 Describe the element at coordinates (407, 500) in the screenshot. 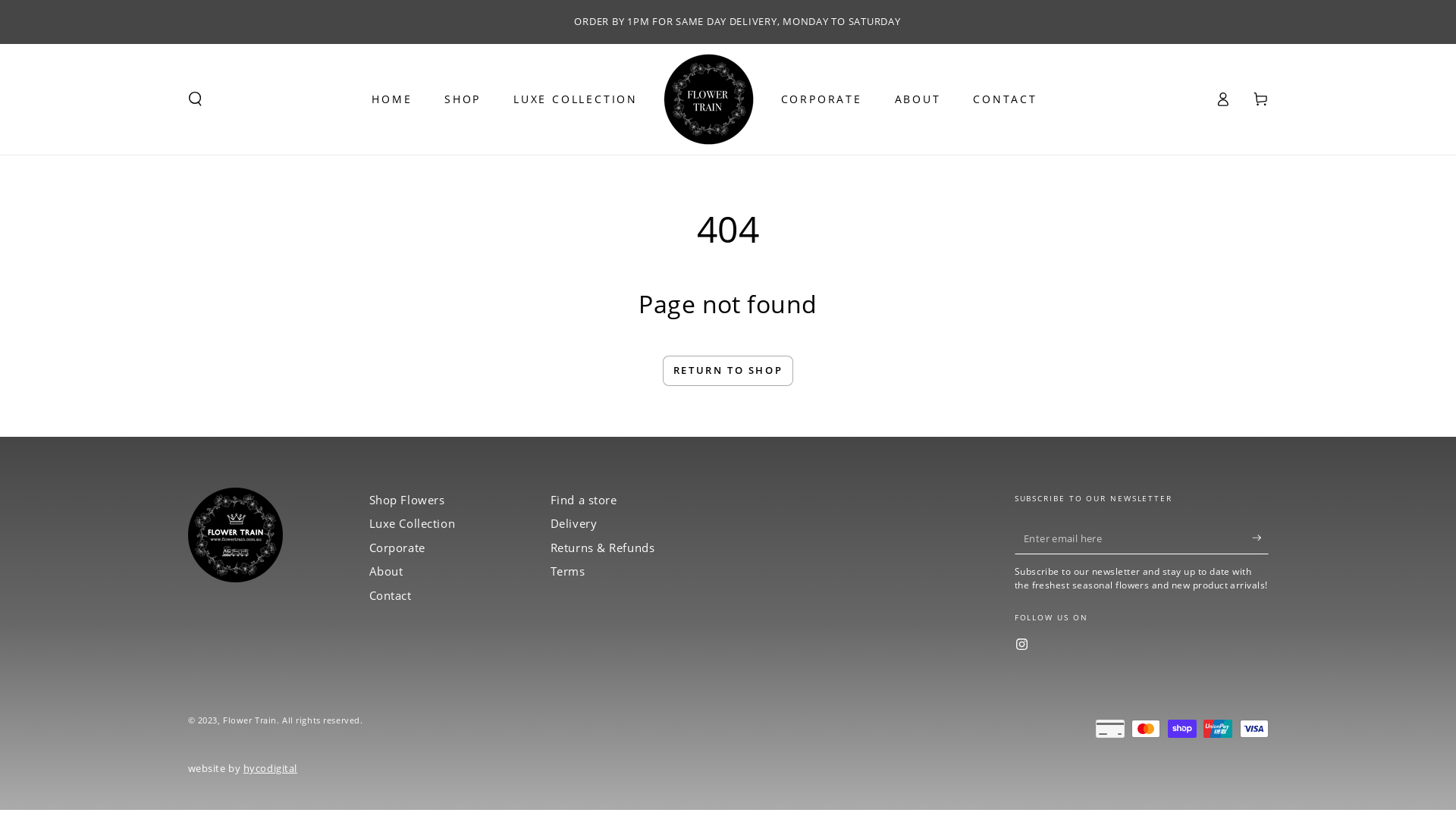

I see `'Shop Flowers'` at that location.